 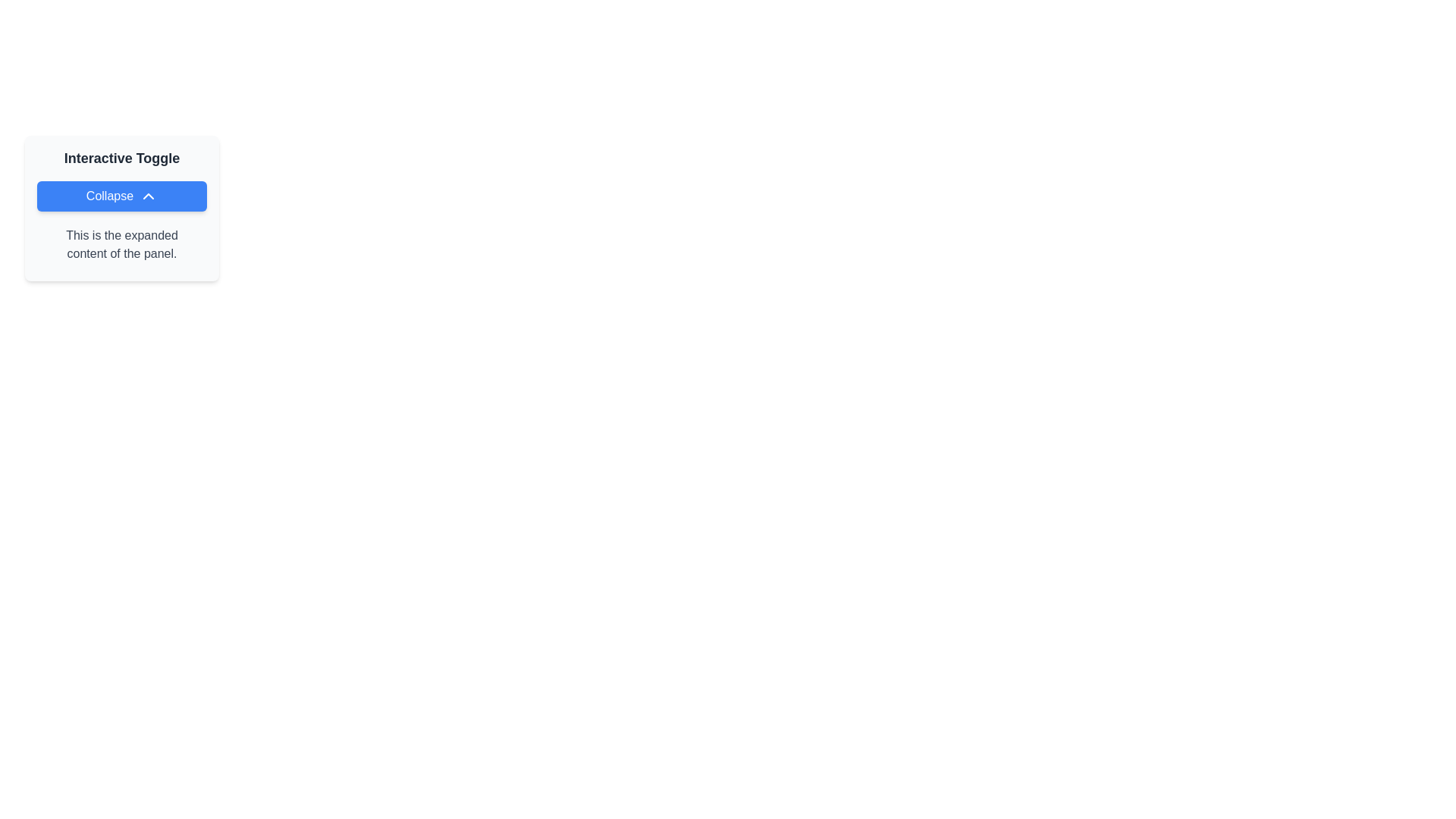 What do you see at coordinates (121, 158) in the screenshot?
I see `the static text element labeled 'Interactive Toggle', which is bold and prominently styled, positioned above the blue 'Collapse' button` at bounding box center [121, 158].